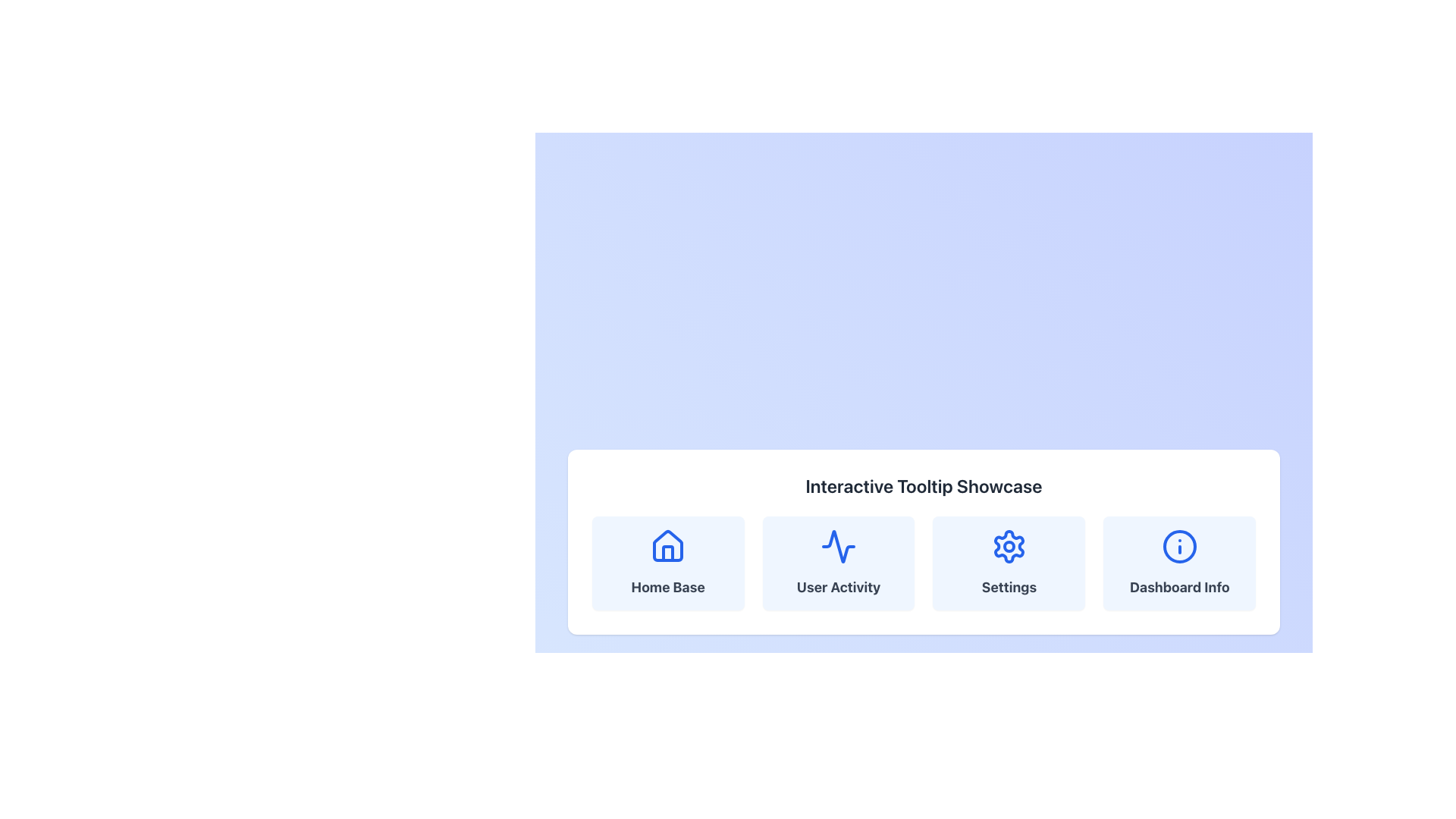  What do you see at coordinates (1009, 563) in the screenshot?
I see `the 'Settings' button, which is a rectangular button with a light blue background and a blue gear icon, to possibly reveal additional information or effects` at bounding box center [1009, 563].